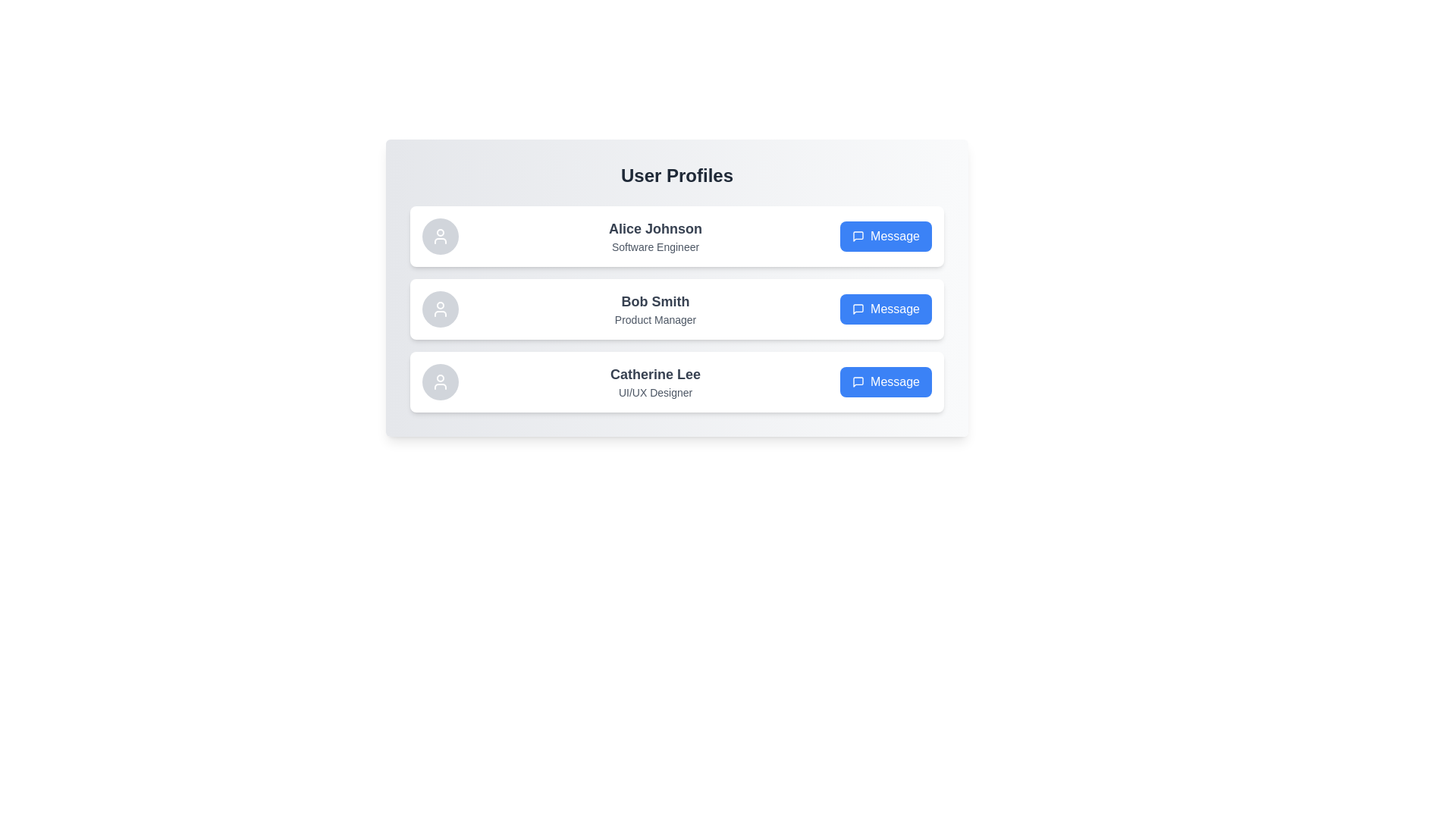  Describe the element at coordinates (655, 246) in the screenshot. I see `the text of Software Engineer to select it` at that location.